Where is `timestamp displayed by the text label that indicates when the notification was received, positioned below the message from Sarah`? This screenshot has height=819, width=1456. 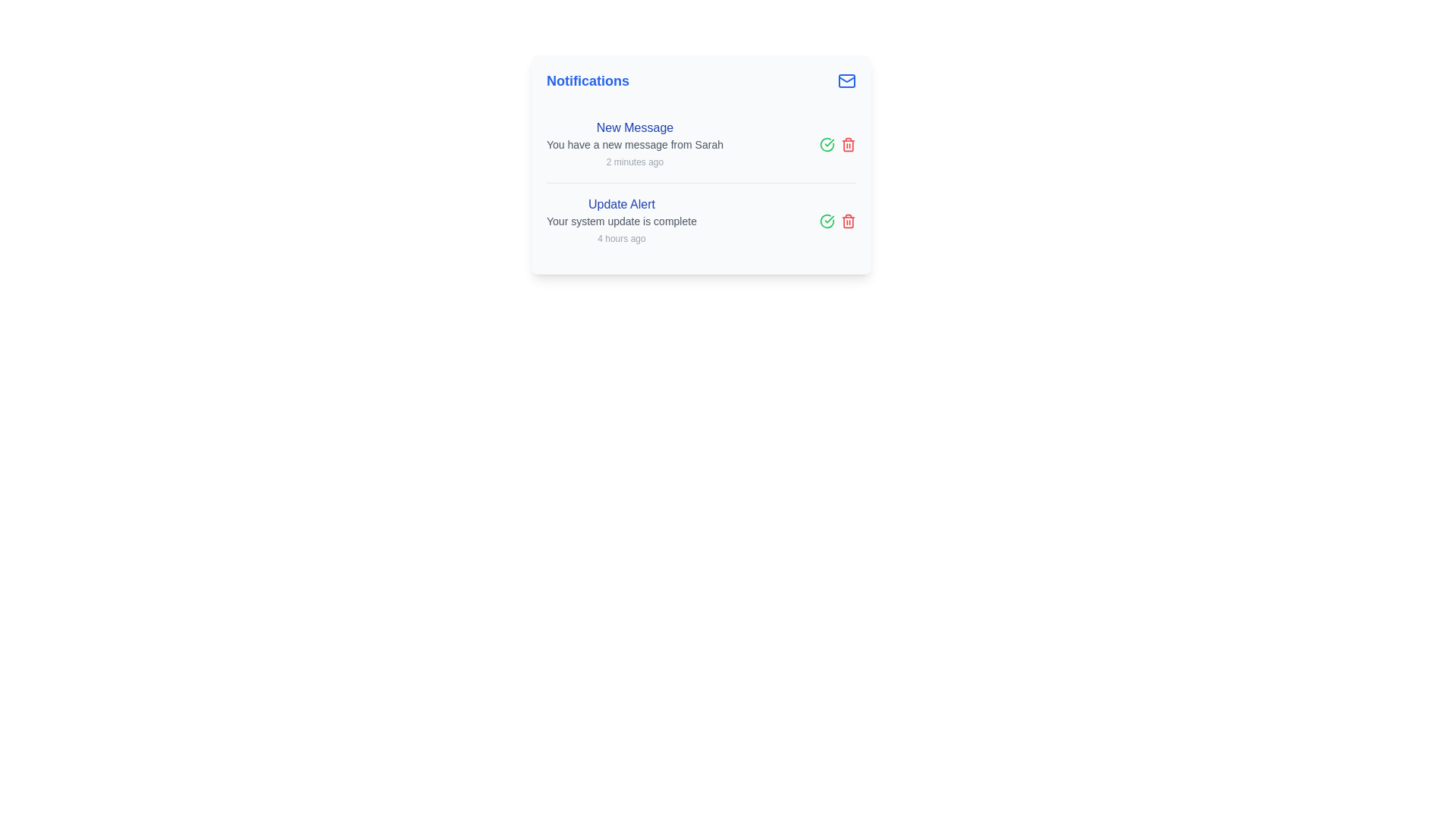 timestamp displayed by the text label that indicates when the notification was received, positioned below the message from Sarah is located at coordinates (635, 162).